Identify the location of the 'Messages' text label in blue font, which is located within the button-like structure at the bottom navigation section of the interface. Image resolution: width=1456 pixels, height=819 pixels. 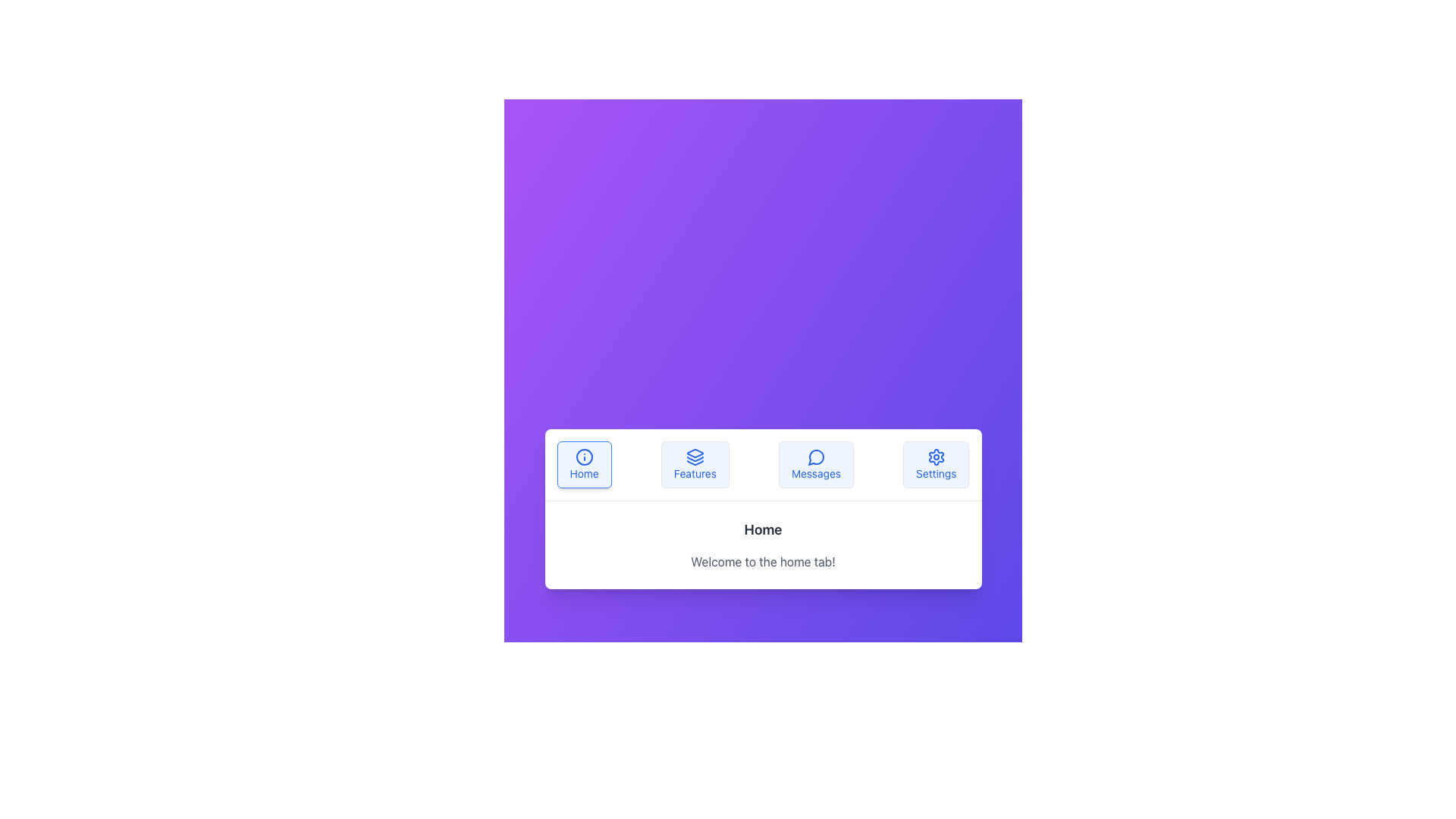
(815, 472).